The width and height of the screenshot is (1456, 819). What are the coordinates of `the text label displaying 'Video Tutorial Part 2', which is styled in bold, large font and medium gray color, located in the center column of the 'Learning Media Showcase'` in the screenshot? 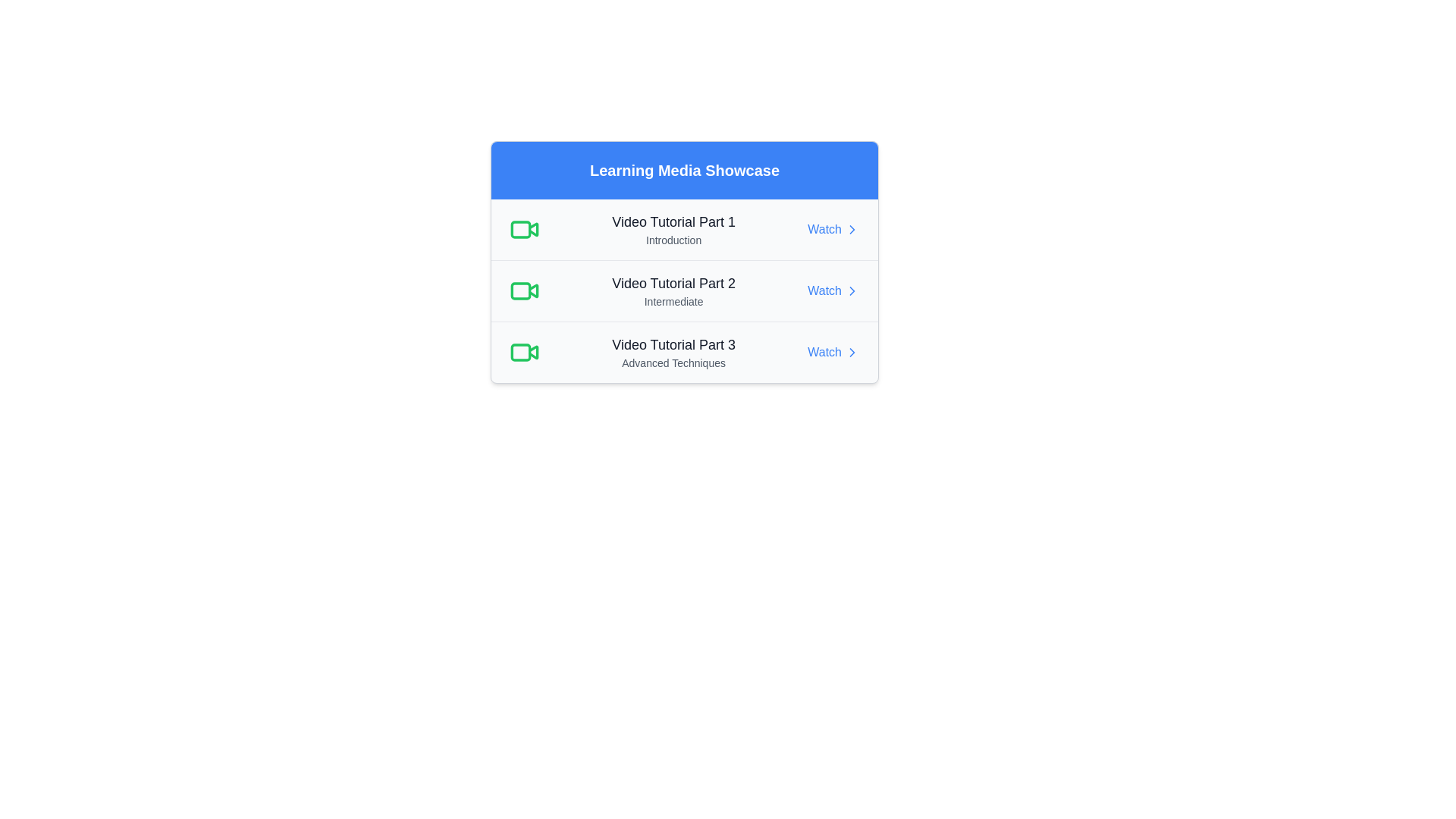 It's located at (673, 284).